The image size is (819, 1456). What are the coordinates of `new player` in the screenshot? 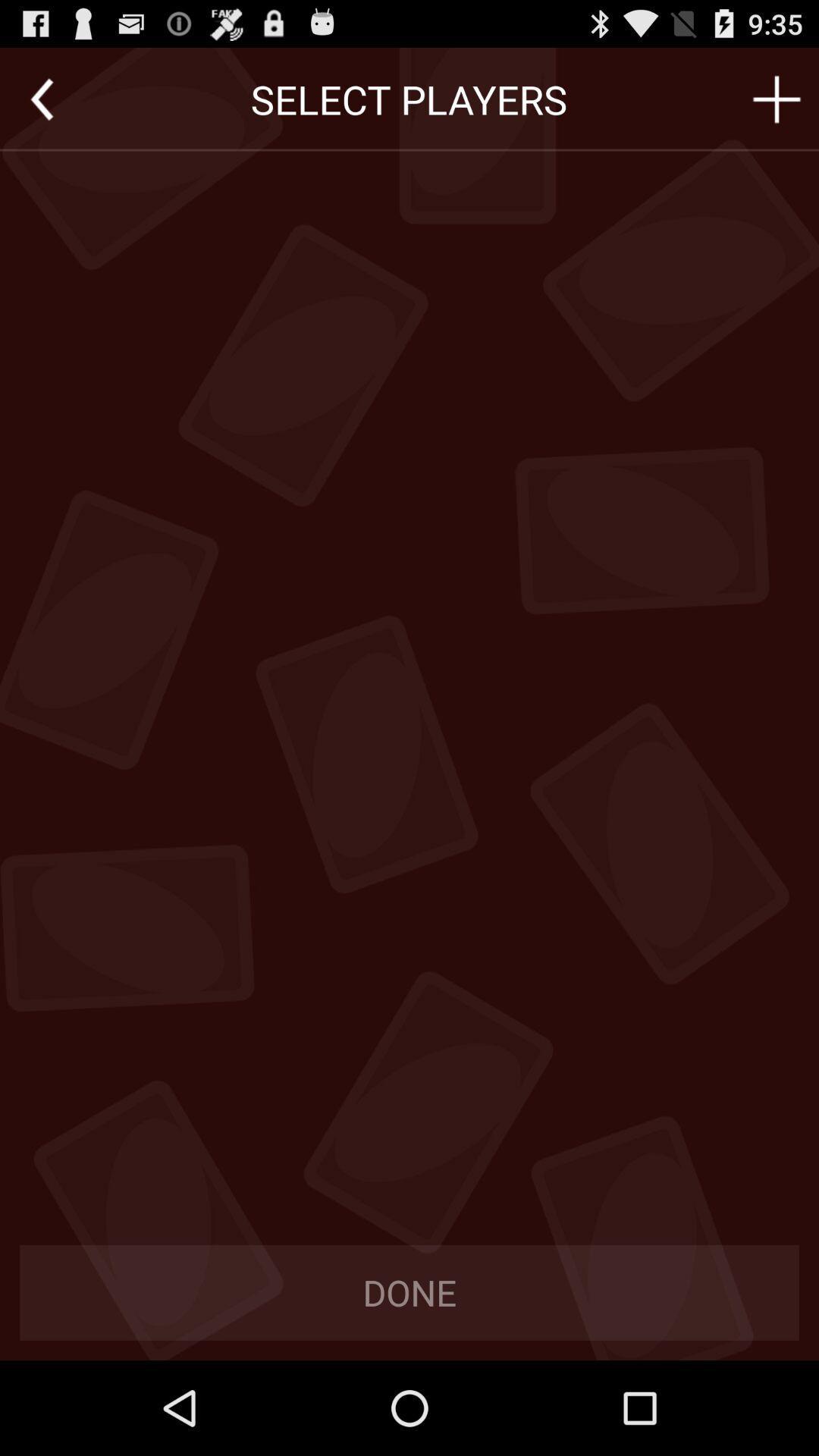 It's located at (777, 99).